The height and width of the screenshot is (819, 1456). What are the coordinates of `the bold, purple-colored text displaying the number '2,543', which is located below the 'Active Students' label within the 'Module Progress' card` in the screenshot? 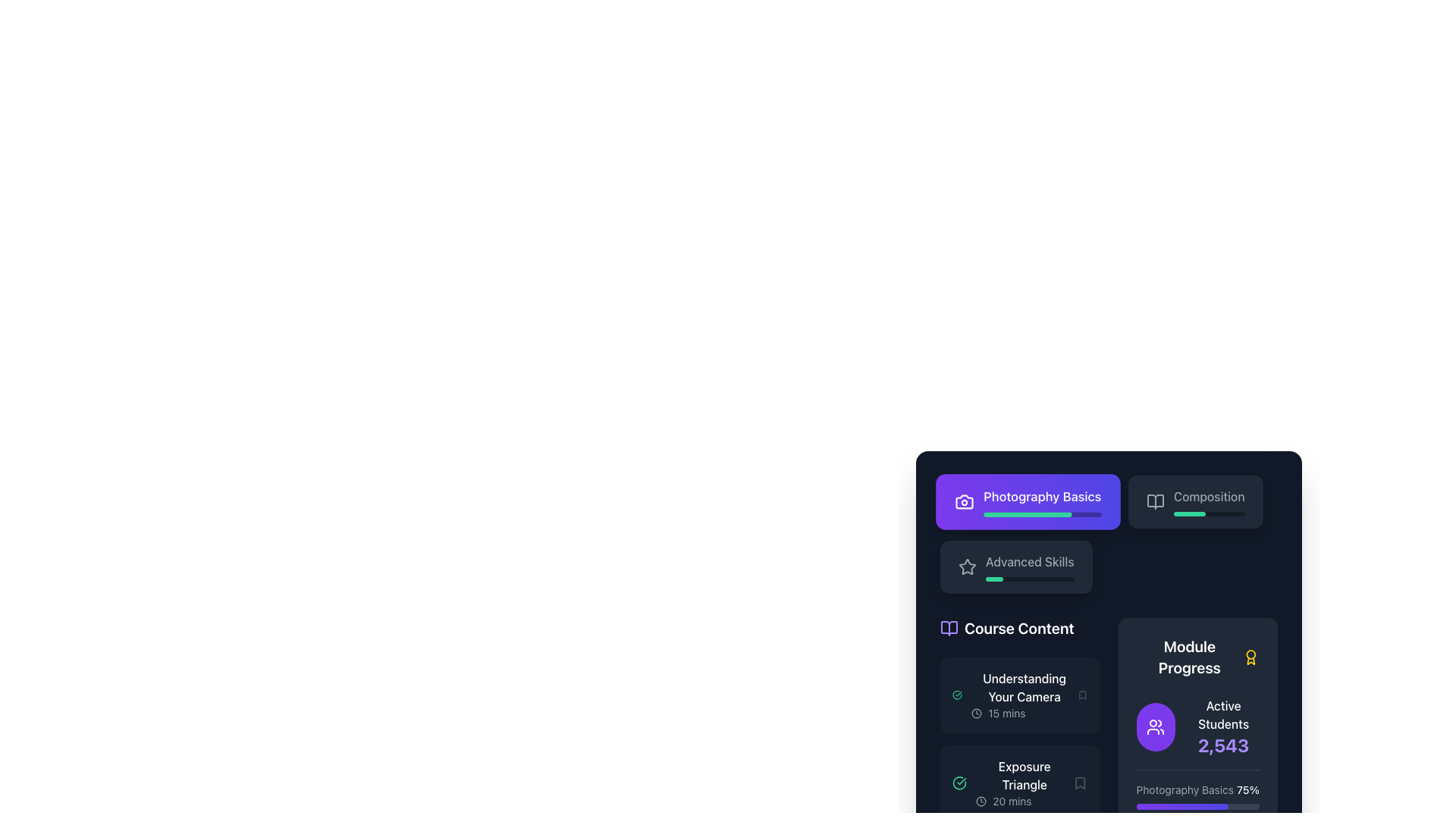 It's located at (1223, 745).